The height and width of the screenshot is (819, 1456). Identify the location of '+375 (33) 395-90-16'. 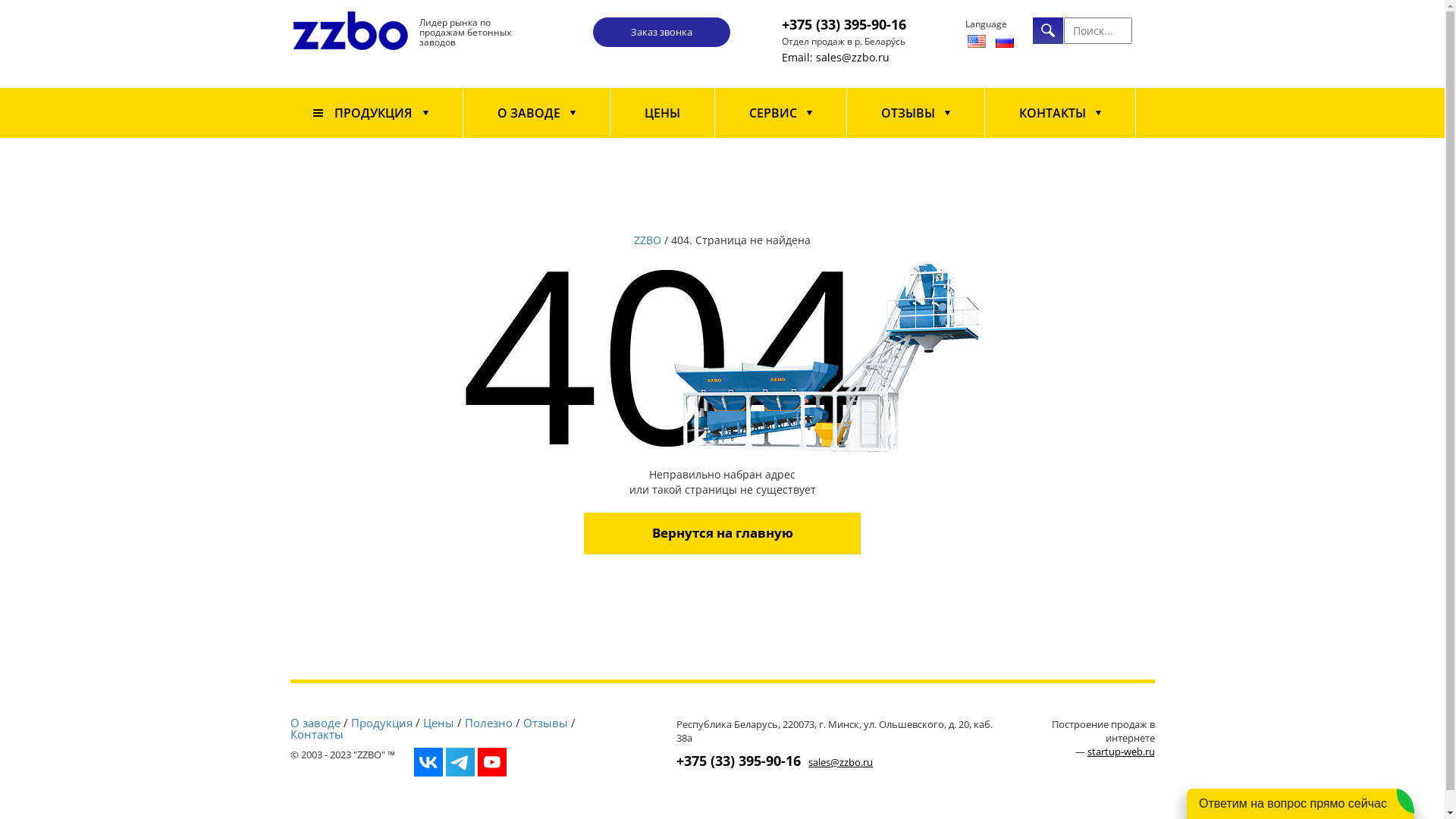
(739, 760).